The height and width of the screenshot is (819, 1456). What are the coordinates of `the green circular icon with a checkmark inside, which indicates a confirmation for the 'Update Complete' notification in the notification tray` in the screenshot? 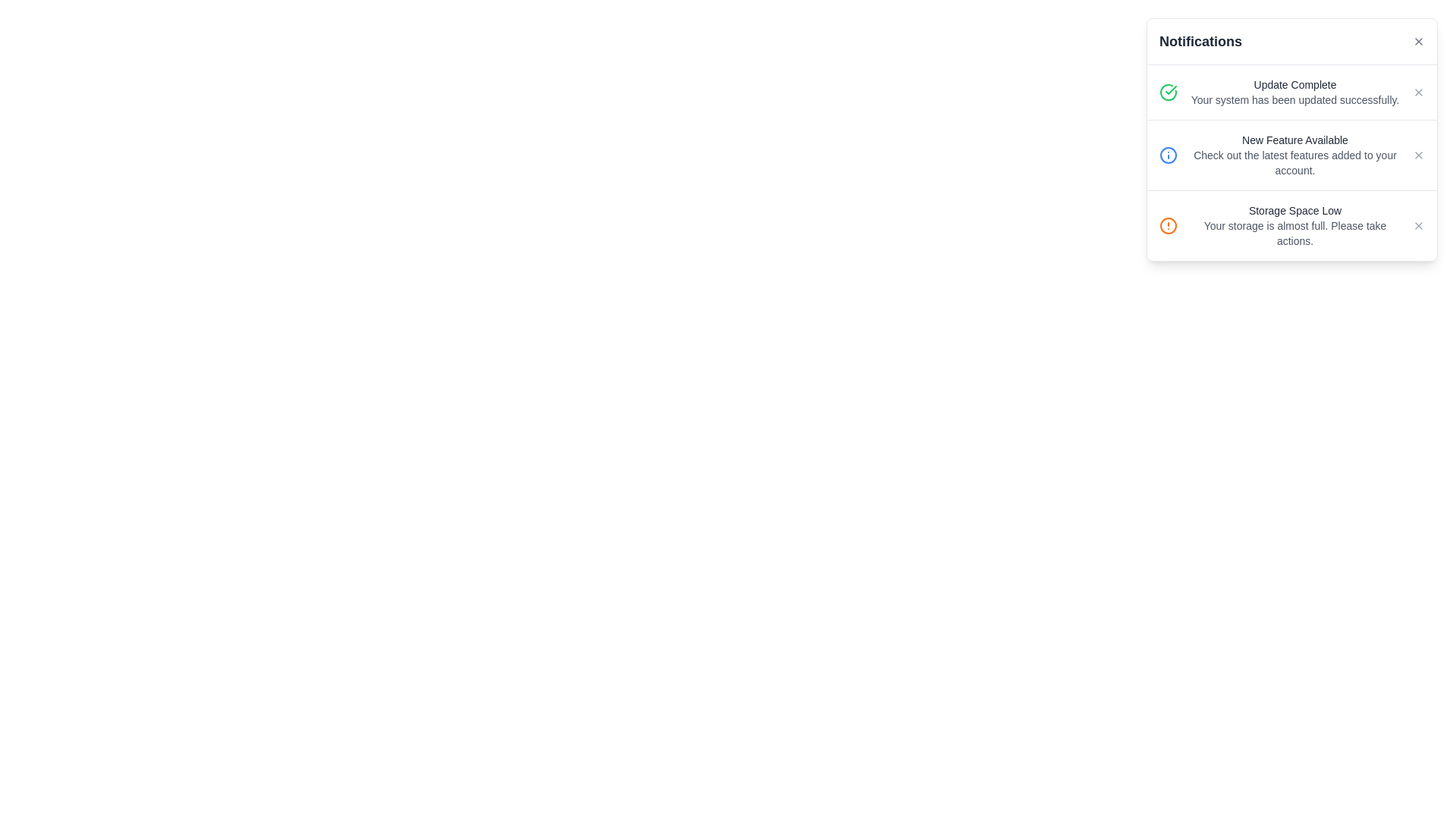 It's located at (1167, 93).